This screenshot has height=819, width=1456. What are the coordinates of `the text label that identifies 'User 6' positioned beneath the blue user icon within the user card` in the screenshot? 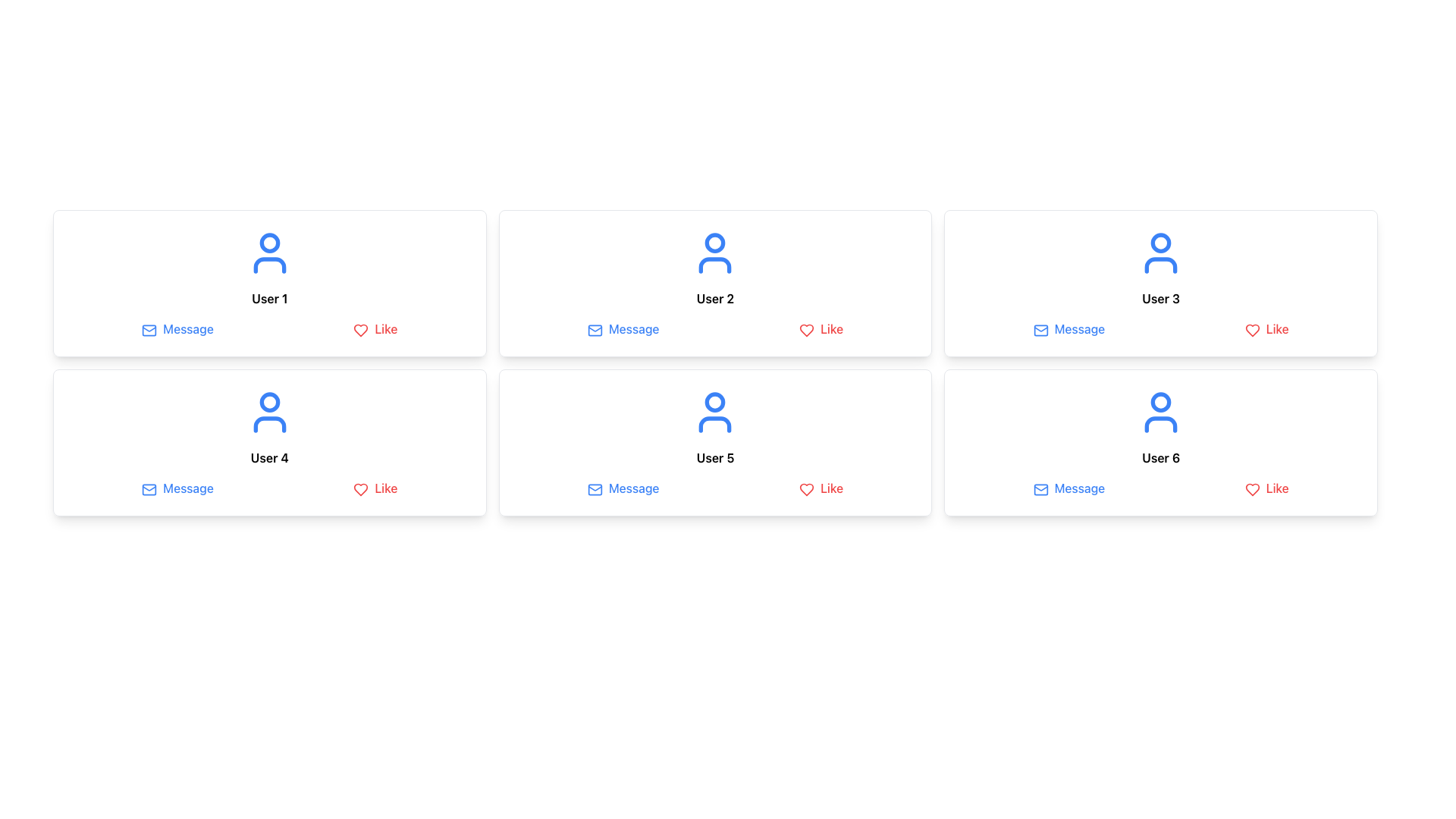 It's located at (1160, 457).